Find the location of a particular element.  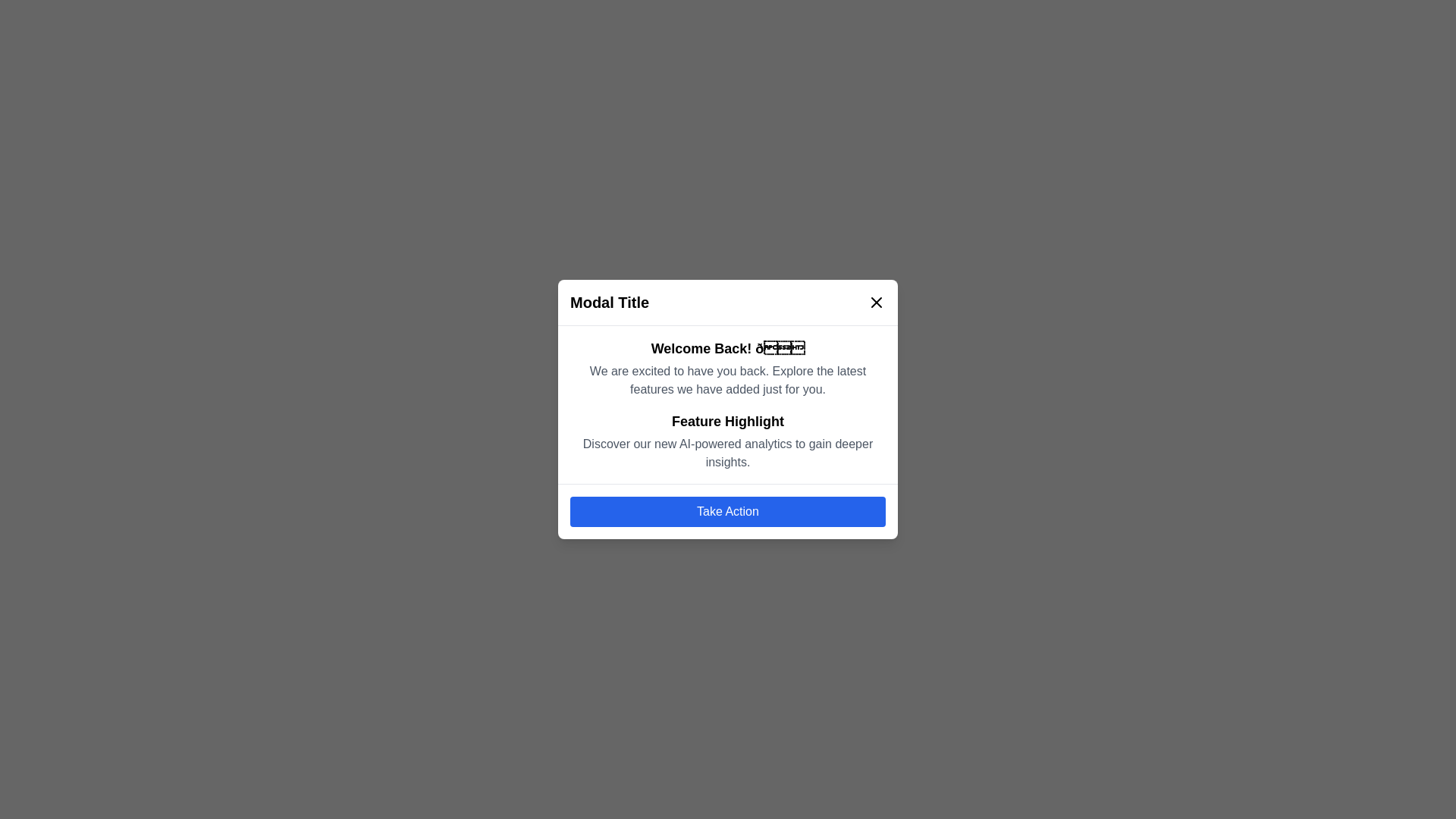

text displayed as 'Modal Title' in a bold, large font, located at the top of the modal, centered horizontally and to the left of the close button is located at coordinates (610, 302).